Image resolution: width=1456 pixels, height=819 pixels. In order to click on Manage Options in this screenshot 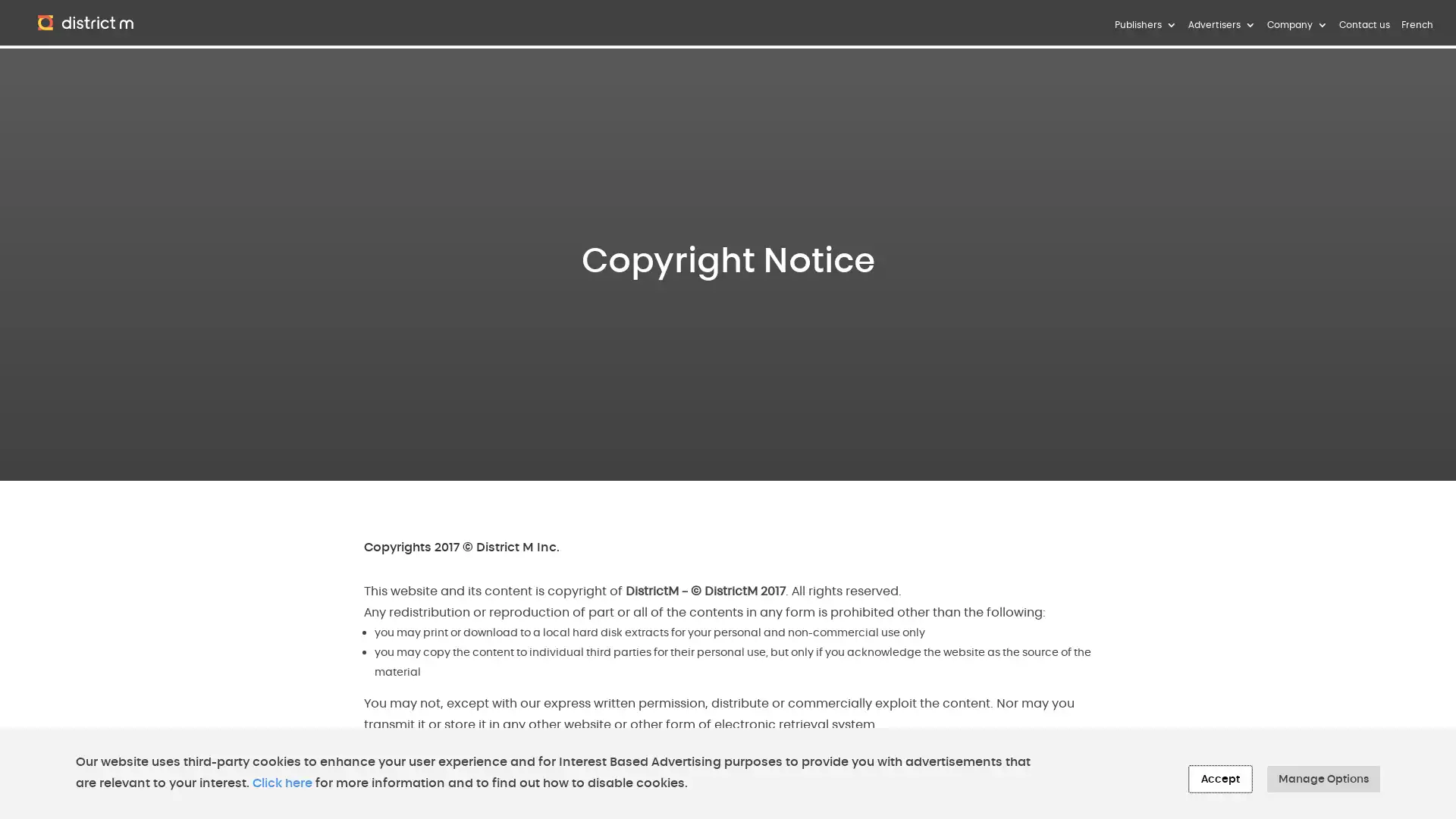, I will do `click(1323, 779)`.